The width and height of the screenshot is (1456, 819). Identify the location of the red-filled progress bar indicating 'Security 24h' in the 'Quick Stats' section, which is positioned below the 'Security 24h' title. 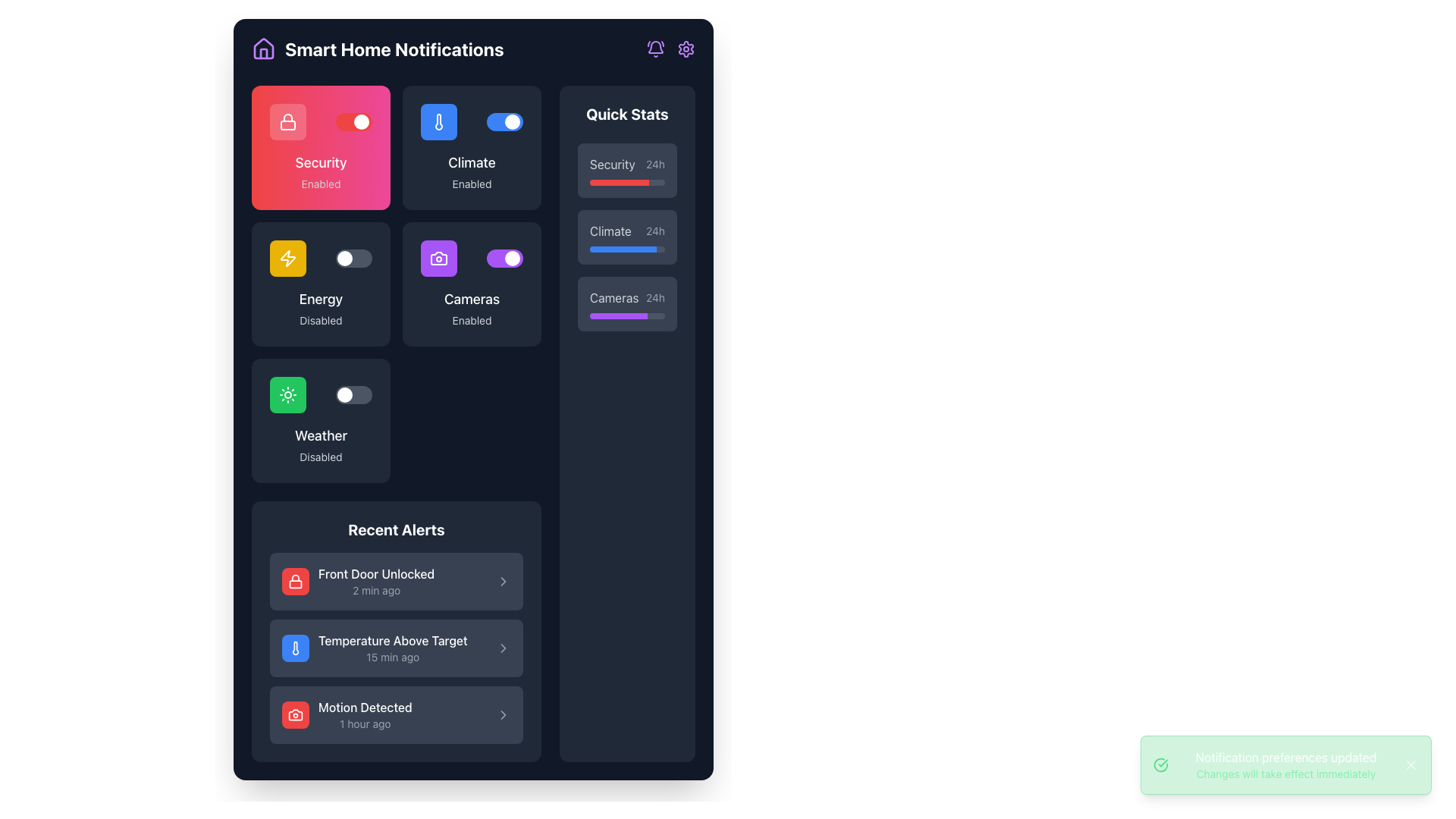
(627, 181).